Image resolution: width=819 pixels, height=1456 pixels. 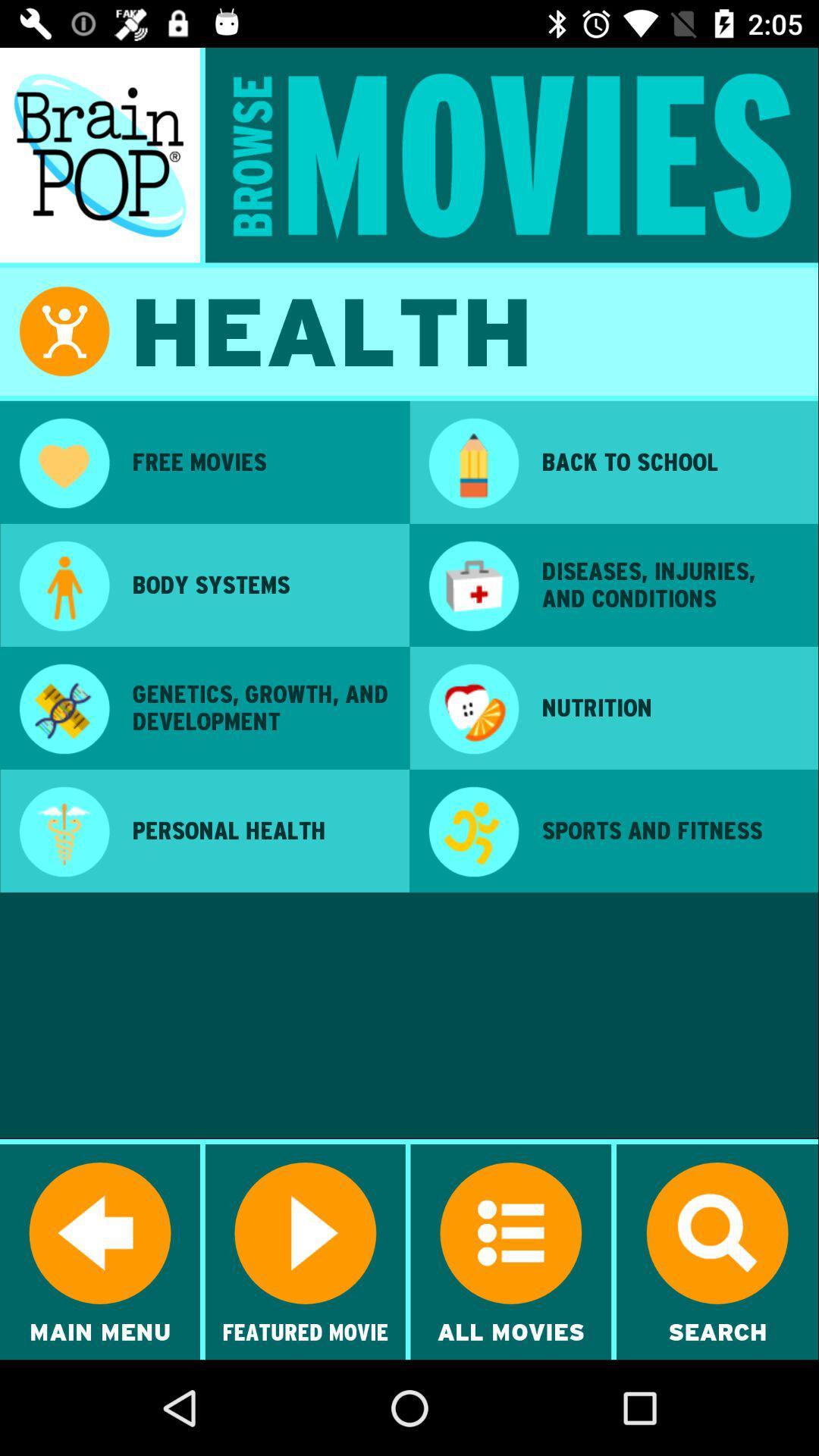 I want to click on item below diseases injuries and, so click(x=669, y=707).